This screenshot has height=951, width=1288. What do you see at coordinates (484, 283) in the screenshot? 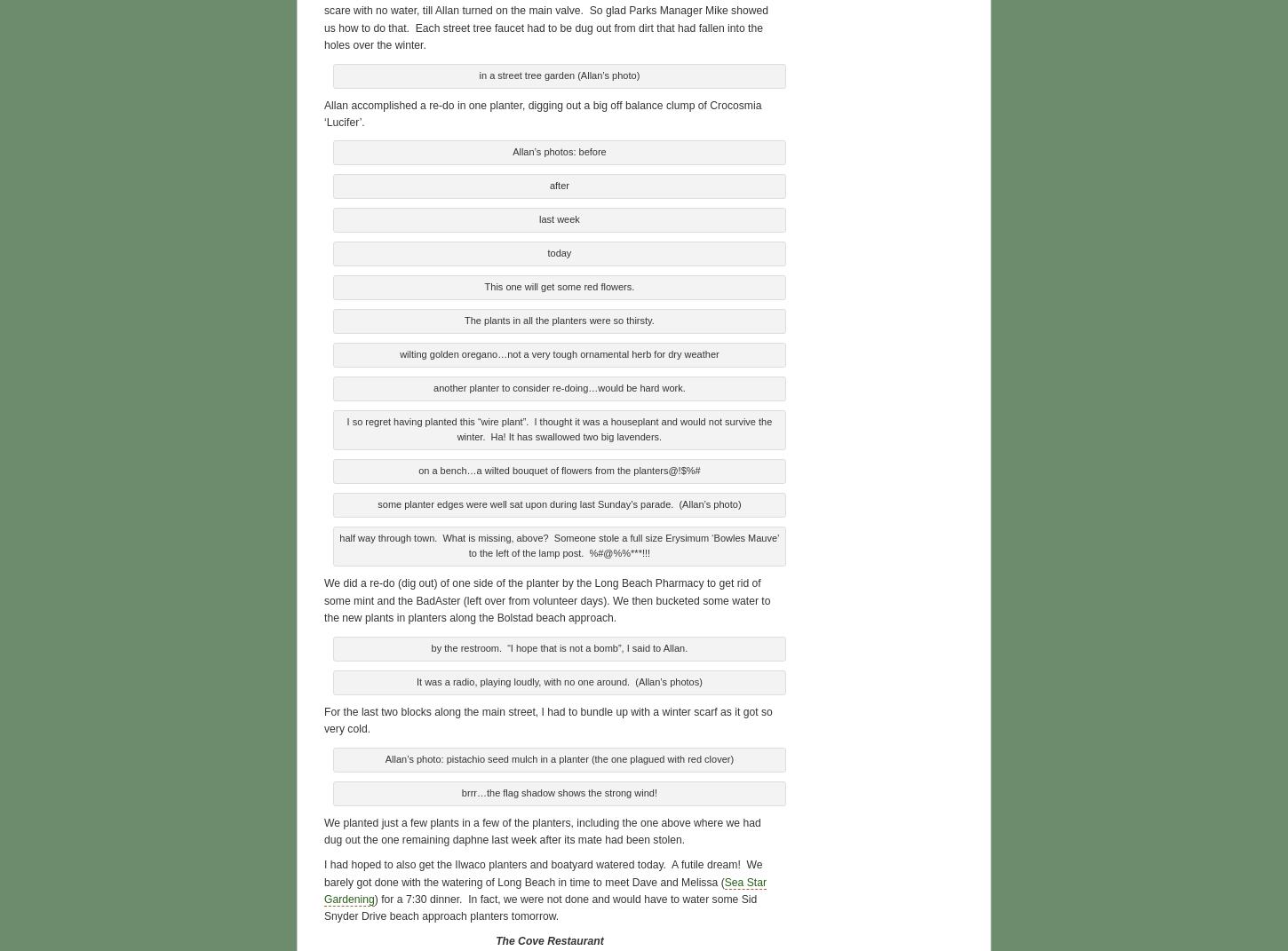
I see `'This one will get some red flowers.'` at bounding box center [484, 283].